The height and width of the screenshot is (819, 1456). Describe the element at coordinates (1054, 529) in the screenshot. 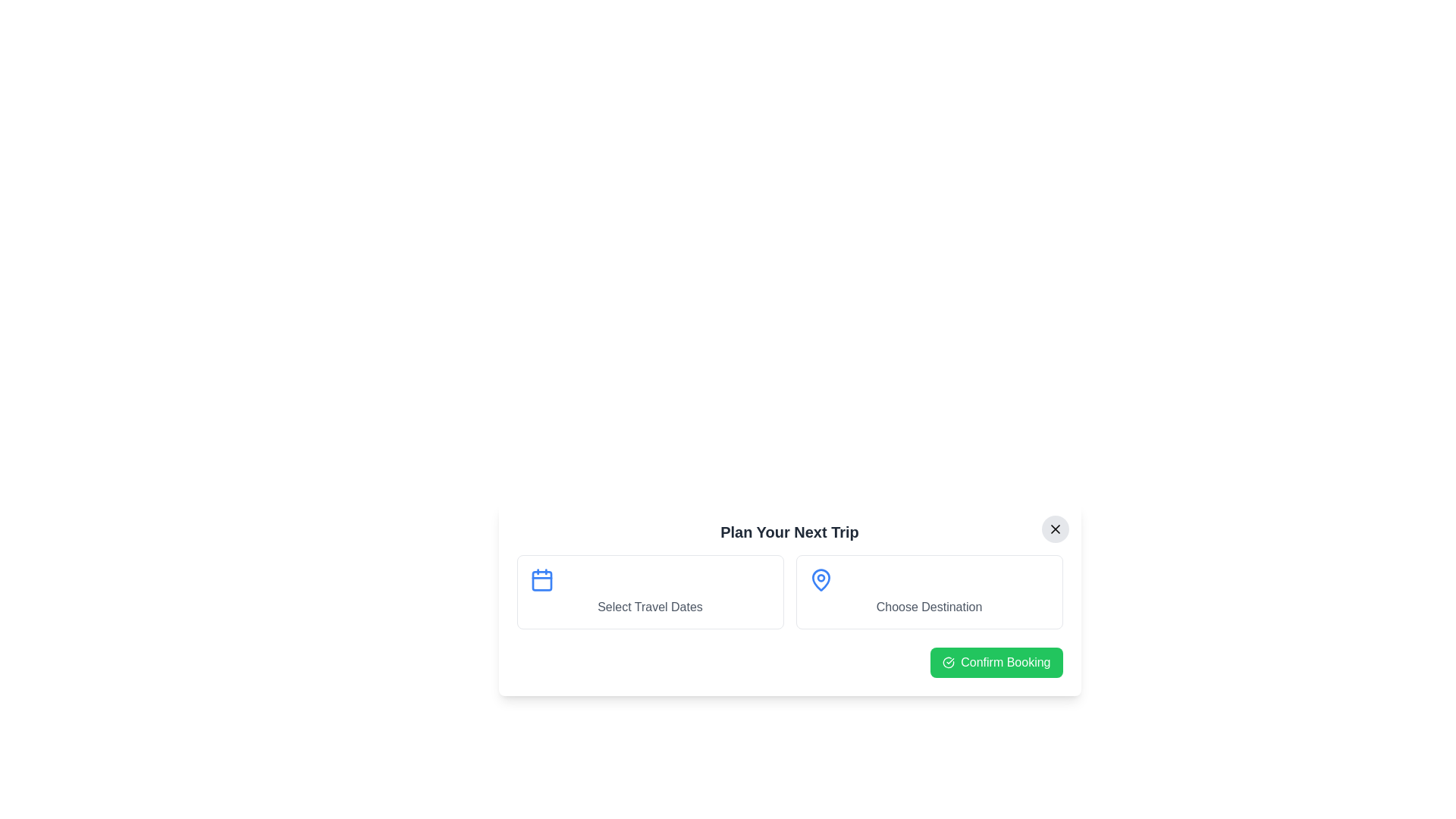

I see `the close button to close the dialog` at that location.